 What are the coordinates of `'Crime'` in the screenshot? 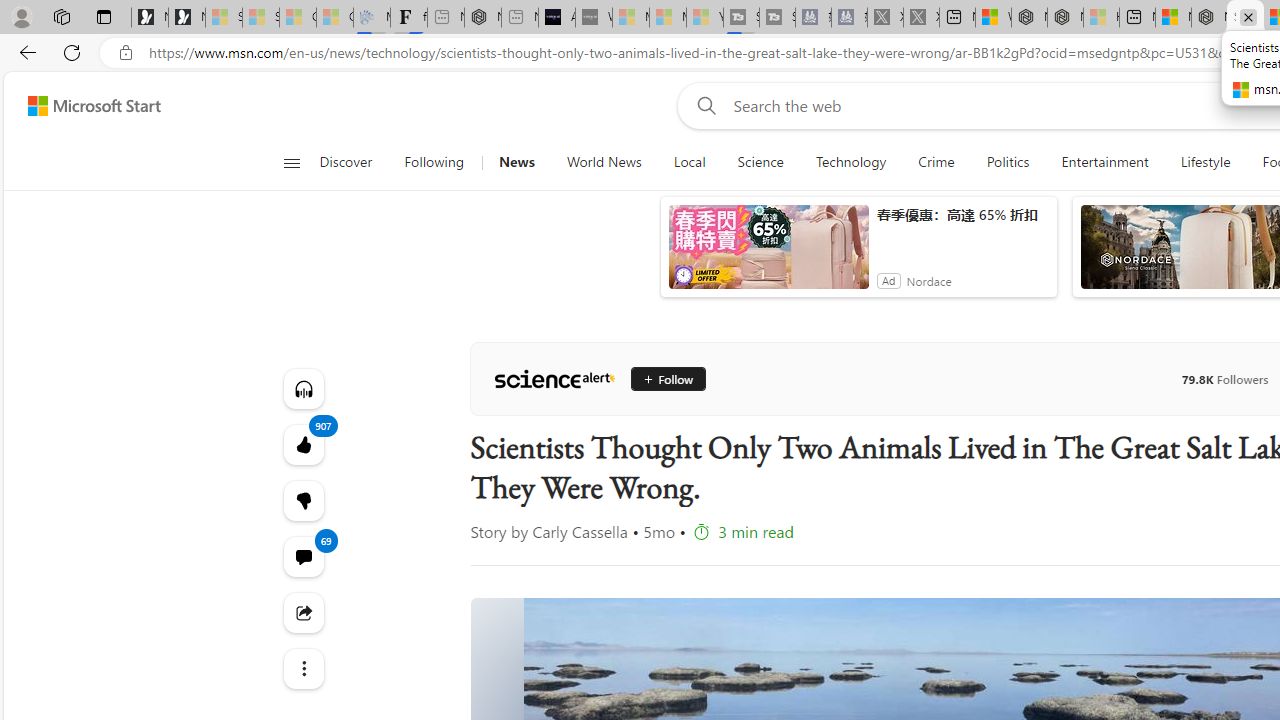 It's located at (935, 162).